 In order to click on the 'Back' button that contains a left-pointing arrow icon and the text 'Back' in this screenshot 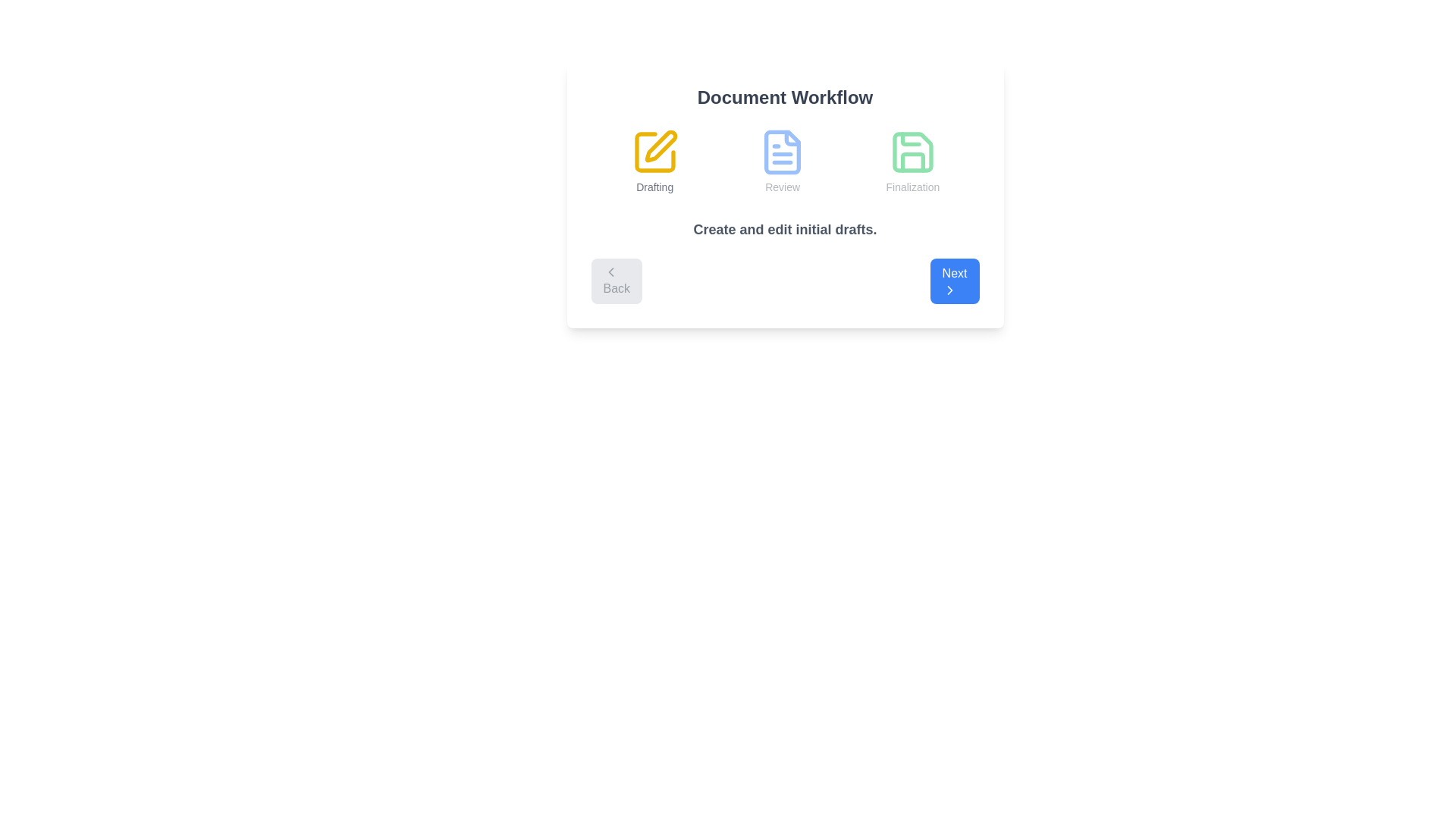, I will do `click(610, 271)`.